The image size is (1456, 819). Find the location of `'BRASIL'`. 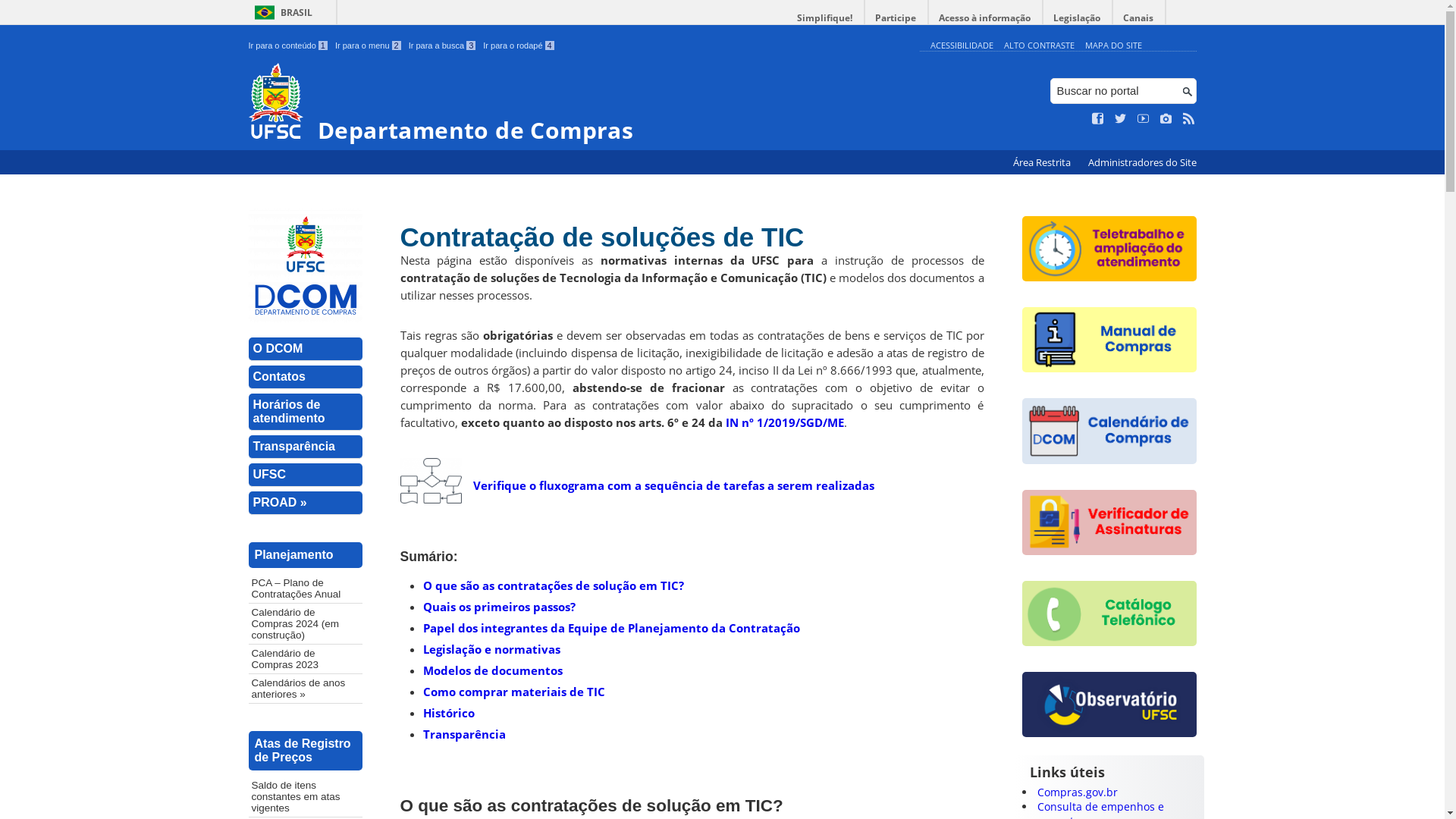

'BRASIL' is located at coordinates (281, 12).